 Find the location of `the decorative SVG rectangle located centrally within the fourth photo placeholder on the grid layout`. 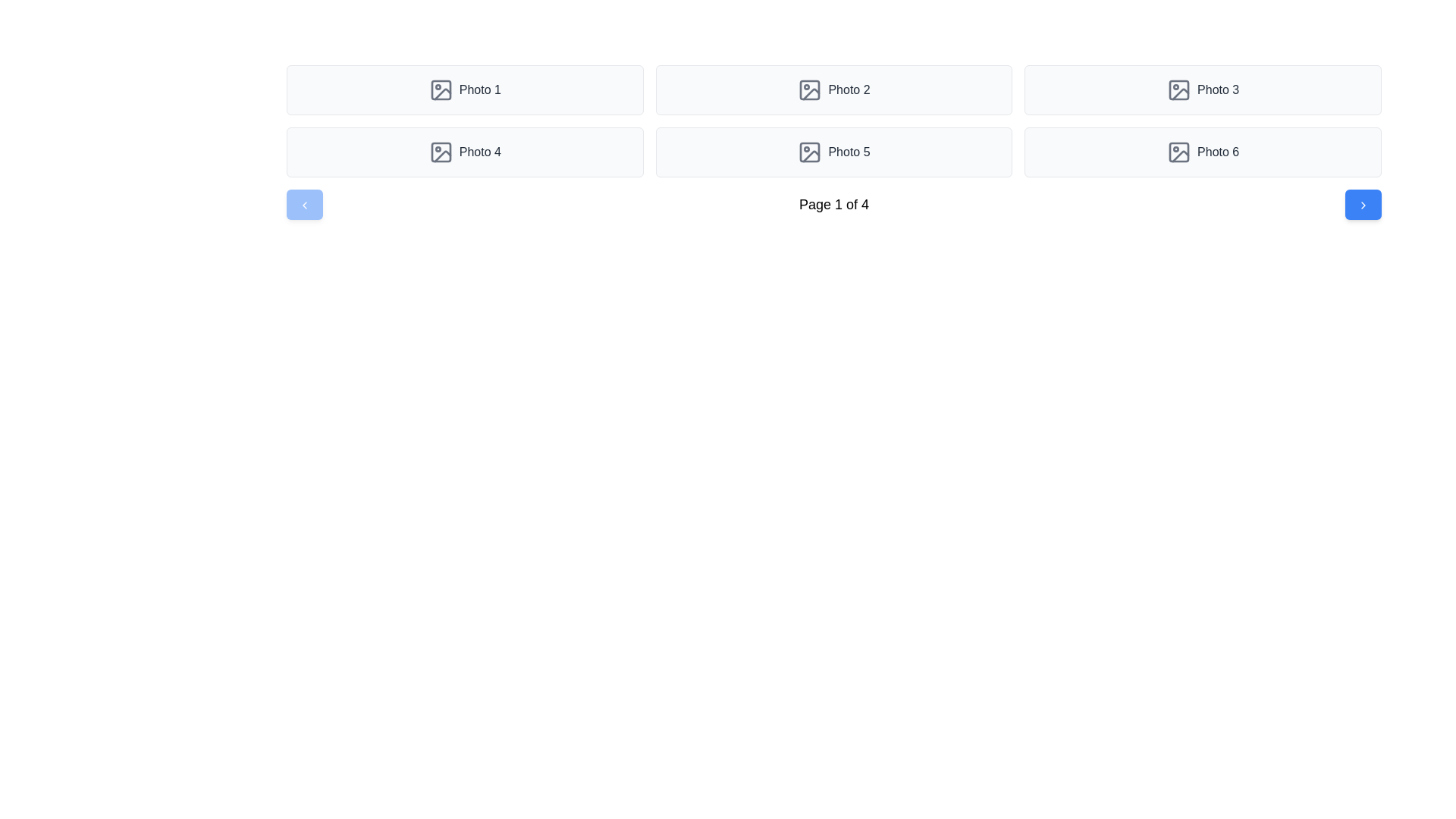

the decorative SVG rectangle located centrally within the fourth photo placeholder on the grid layout is located at coordinates (440, 152).